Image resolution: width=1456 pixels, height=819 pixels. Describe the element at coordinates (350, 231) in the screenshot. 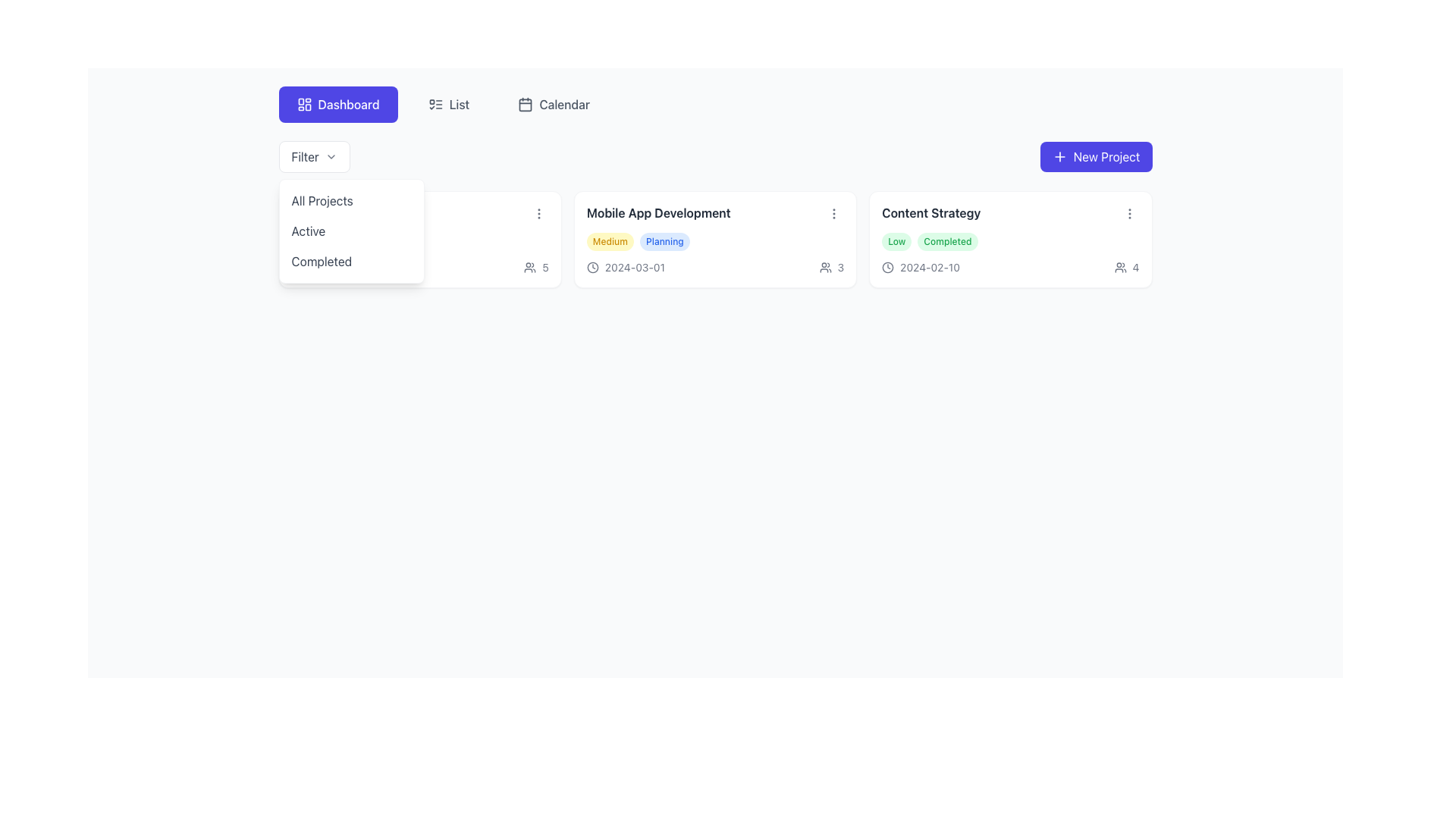

I see `the 'Active' button in the dropdown menu under the 'Filter' button` at that location.